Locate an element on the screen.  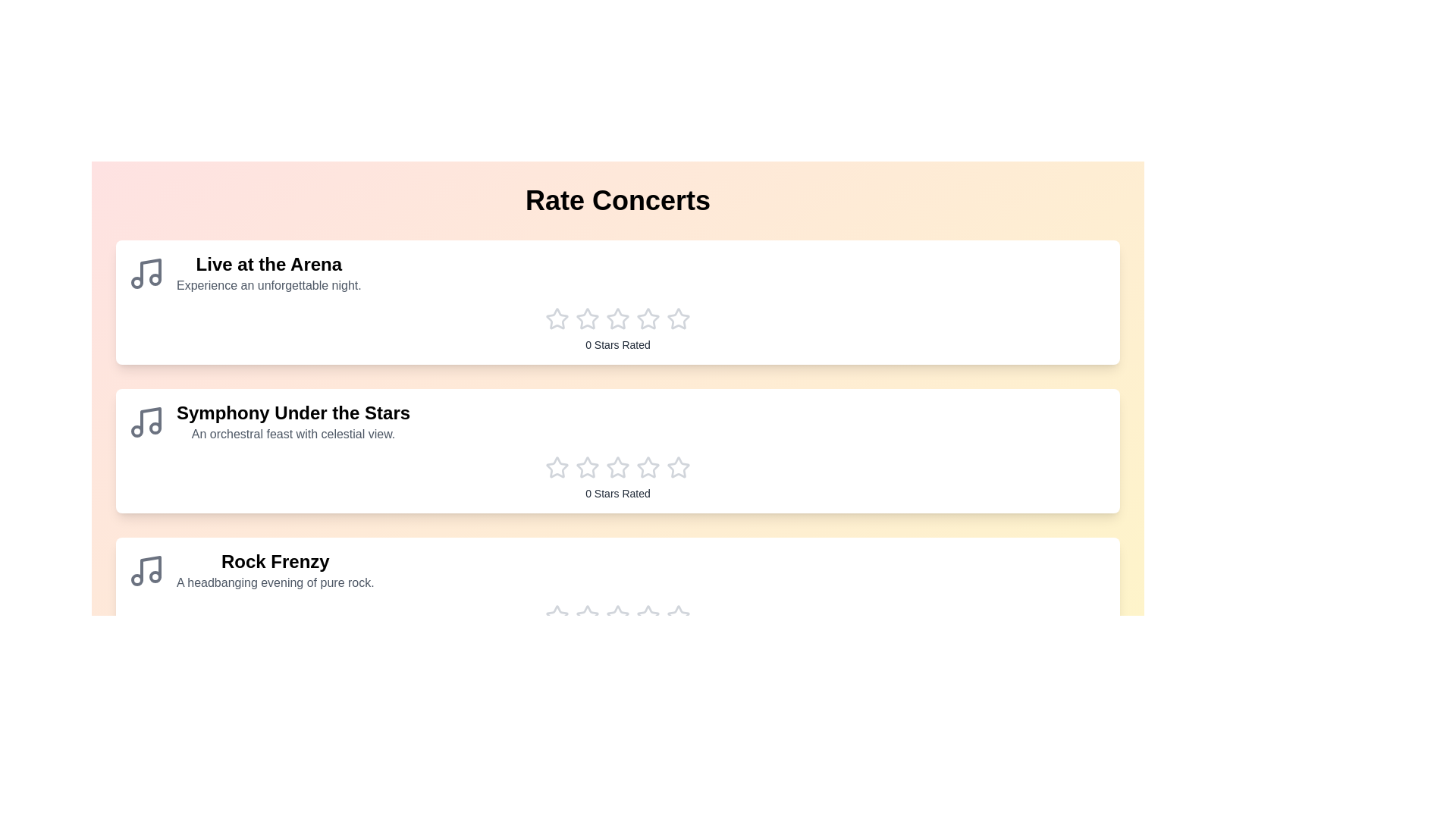
the star corresponding to the rating 1 for the concert Symphony Under the Stars is located at coordinates (556, 467).